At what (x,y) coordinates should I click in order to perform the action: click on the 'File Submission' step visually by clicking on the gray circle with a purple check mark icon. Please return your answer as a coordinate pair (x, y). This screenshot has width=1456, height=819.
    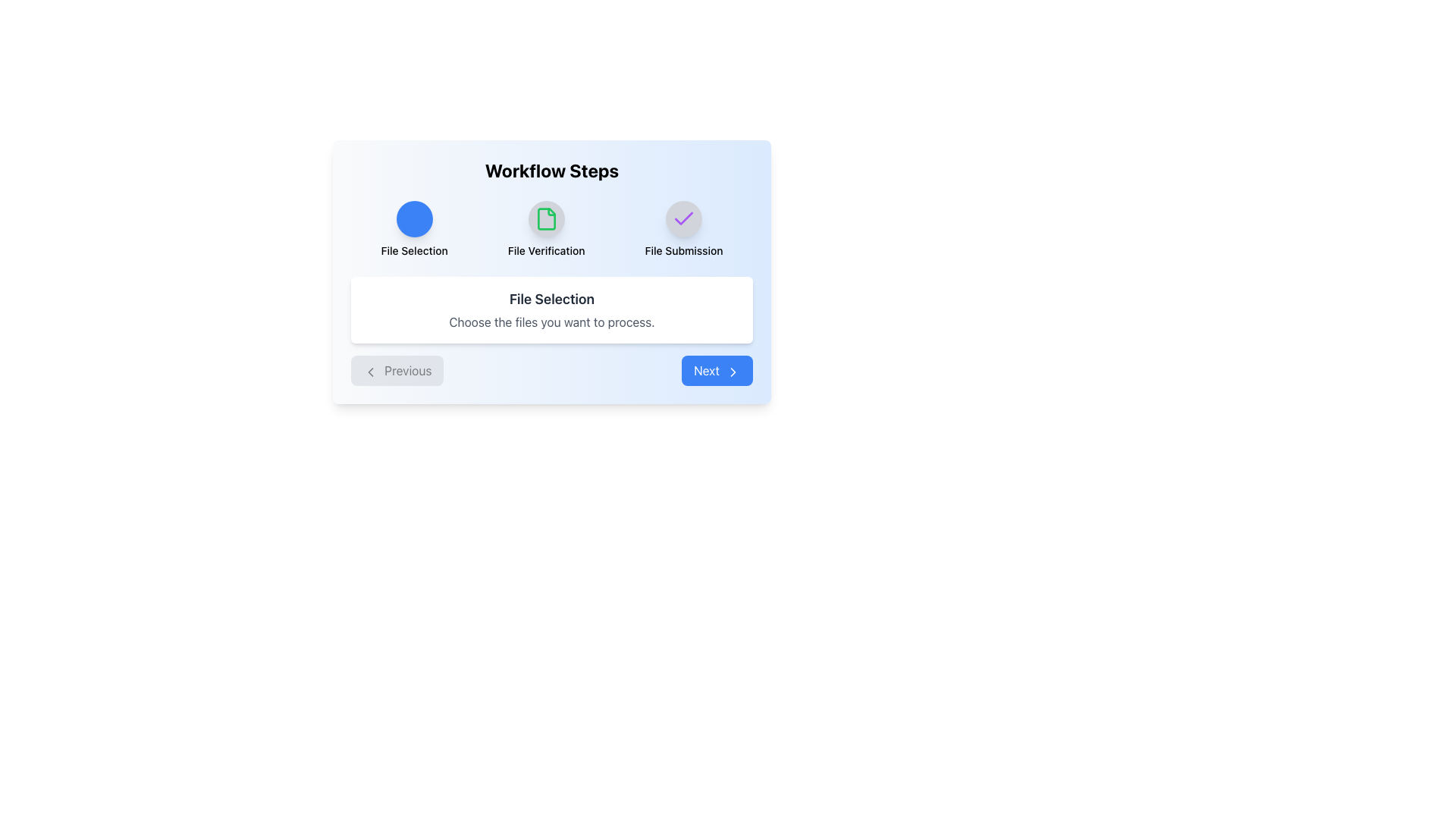
    Looking at the image, I should click on (683, 230).